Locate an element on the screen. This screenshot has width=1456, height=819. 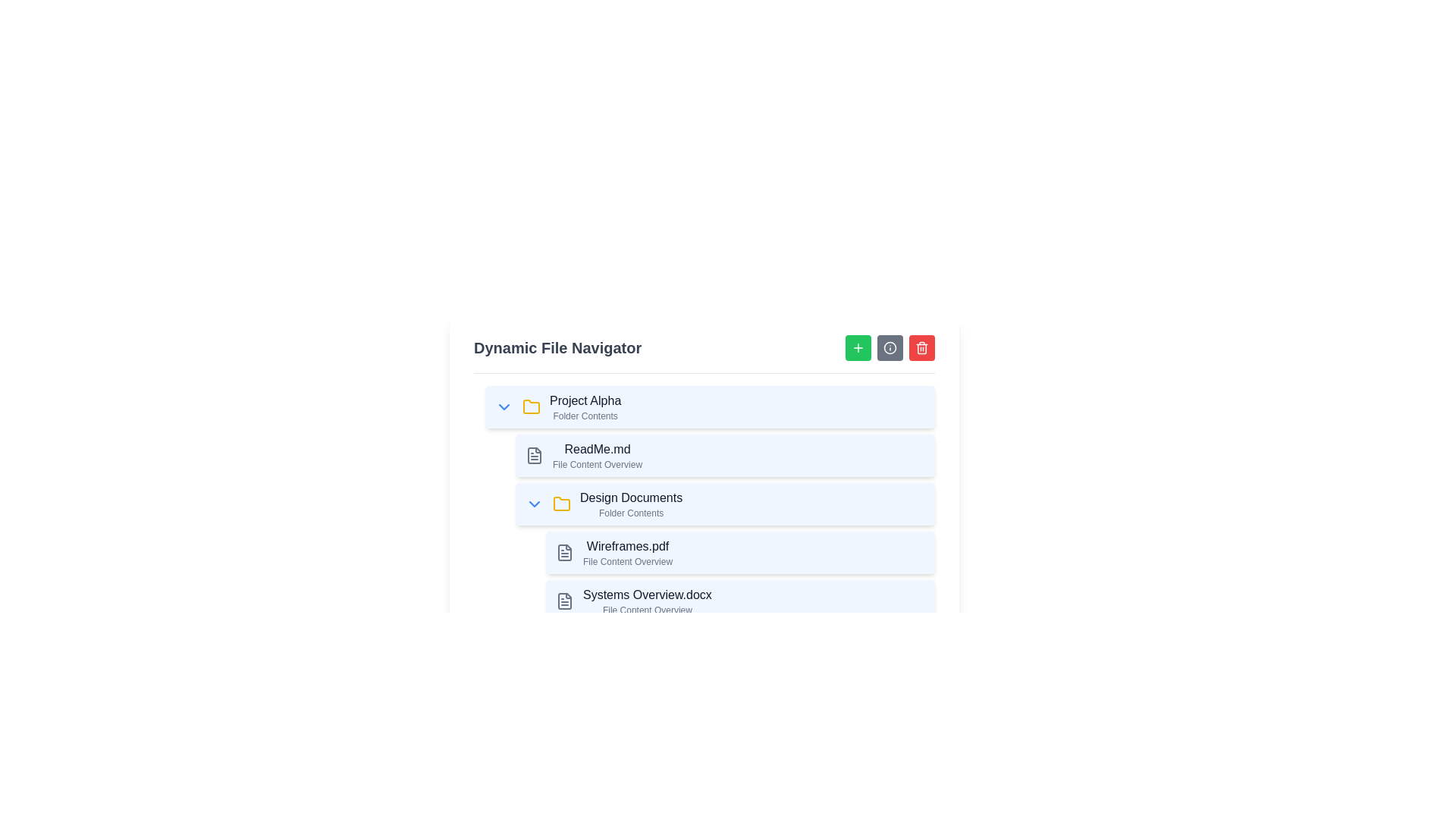
the leftmost button in the top-right corner of the interface to initiate an action is located at coordinates (858, 348).